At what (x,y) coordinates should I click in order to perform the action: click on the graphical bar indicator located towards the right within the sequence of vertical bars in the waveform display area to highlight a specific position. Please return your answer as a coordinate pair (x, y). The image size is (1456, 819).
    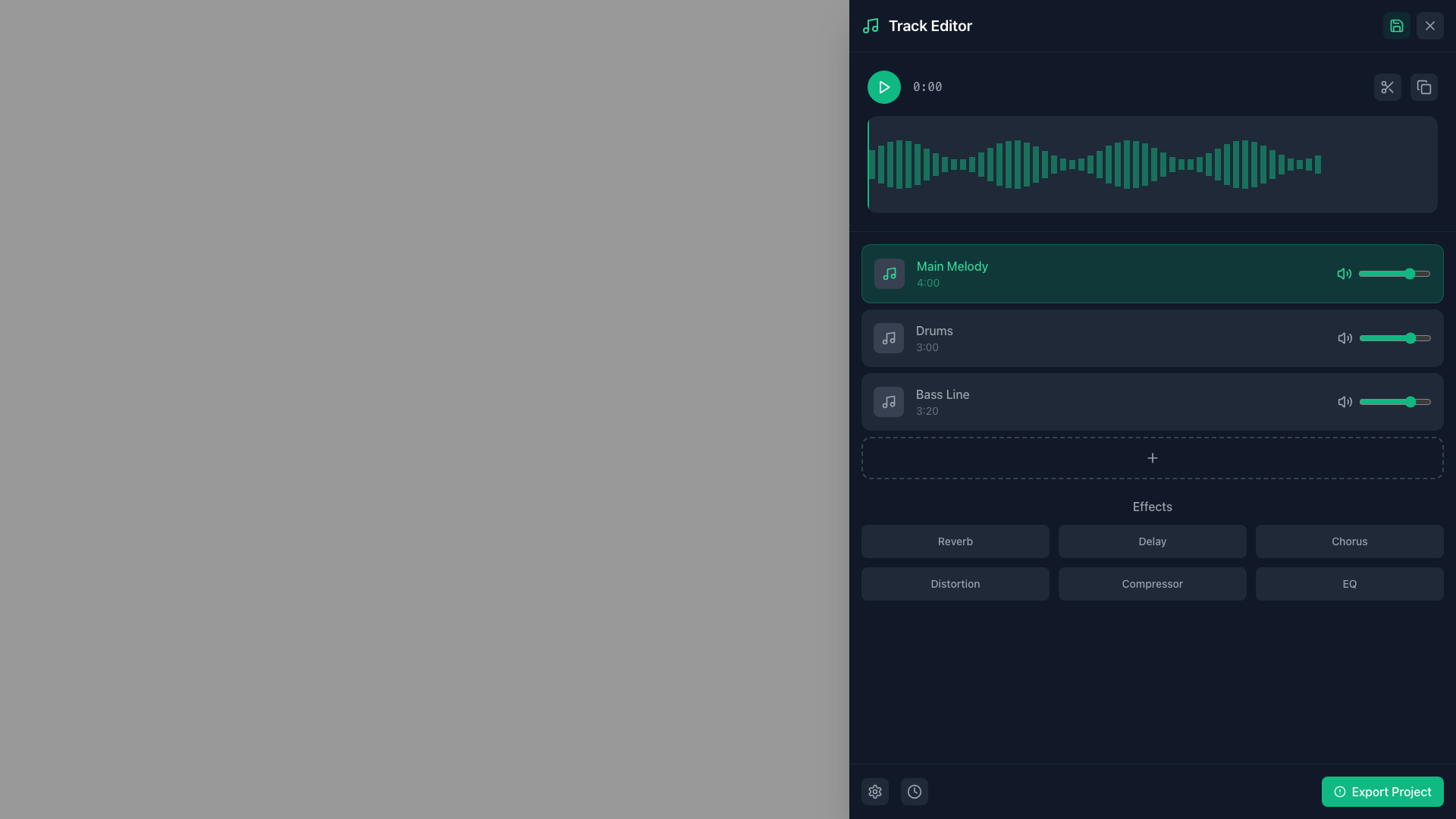
    Looking at the image, I should click on (1207, 164).